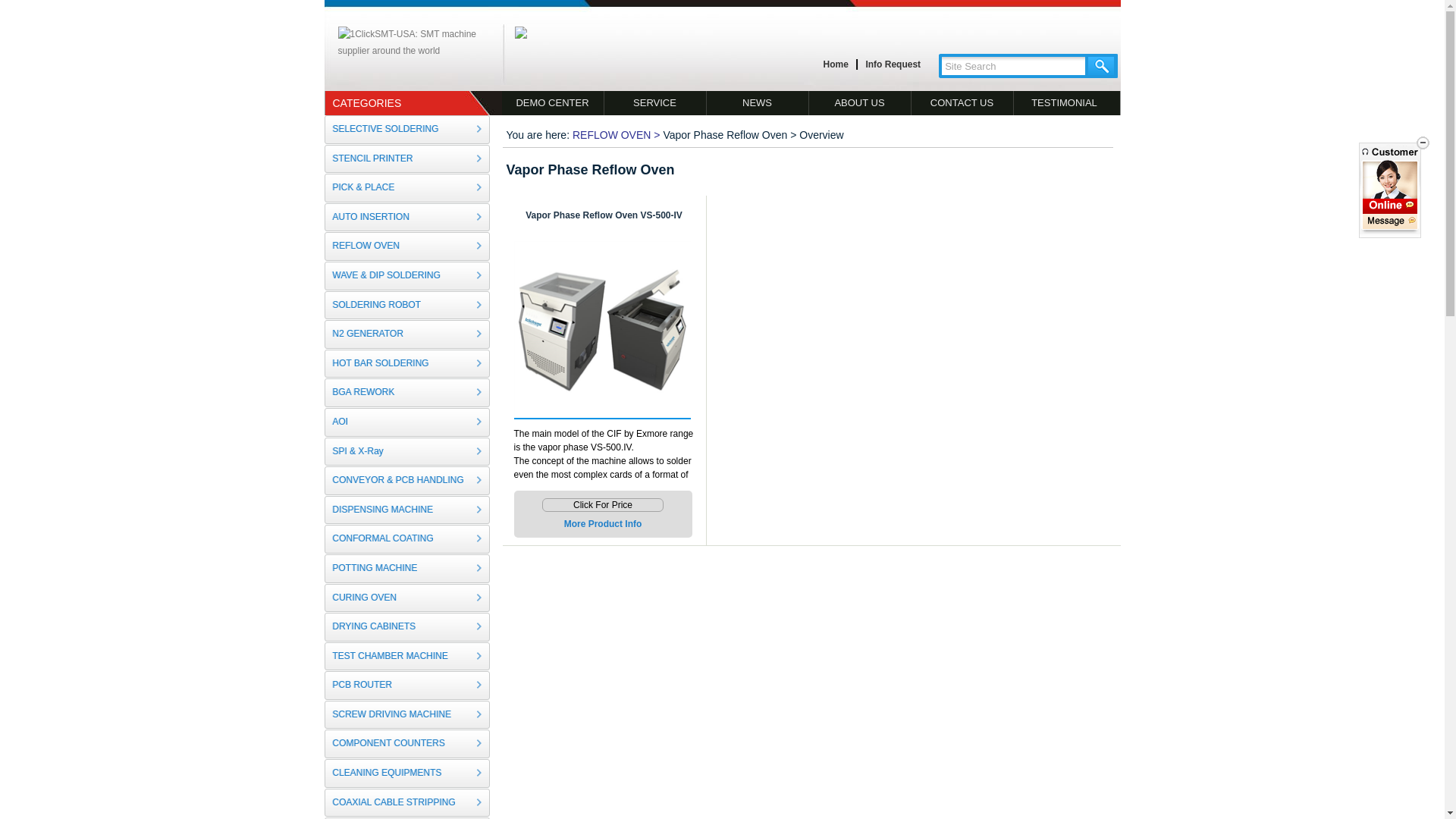 The width and height of the screenshot is (1456, 819). I want to click on 'AOI', so click(407, 422).